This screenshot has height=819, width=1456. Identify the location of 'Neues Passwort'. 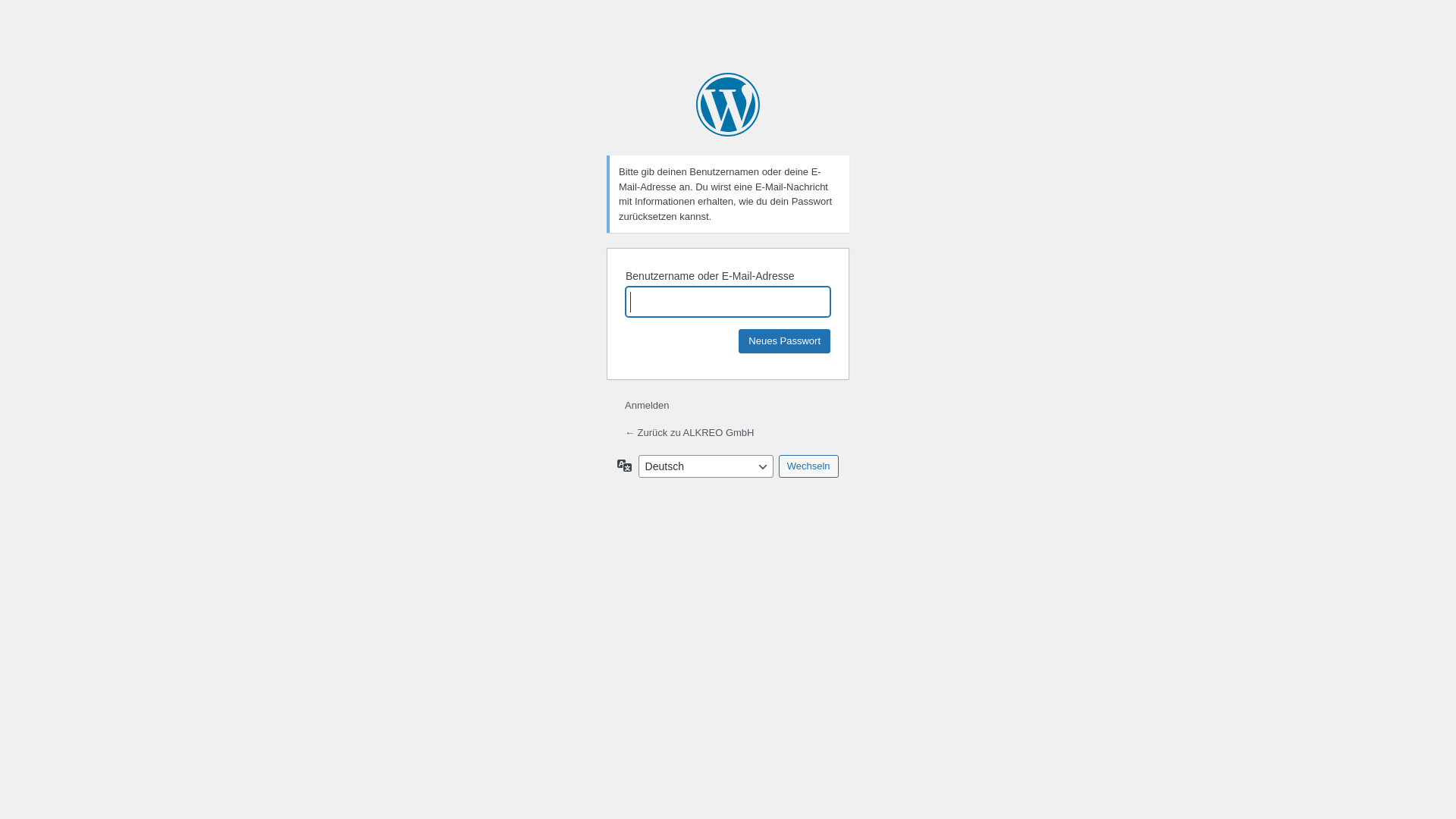
(784, 341).